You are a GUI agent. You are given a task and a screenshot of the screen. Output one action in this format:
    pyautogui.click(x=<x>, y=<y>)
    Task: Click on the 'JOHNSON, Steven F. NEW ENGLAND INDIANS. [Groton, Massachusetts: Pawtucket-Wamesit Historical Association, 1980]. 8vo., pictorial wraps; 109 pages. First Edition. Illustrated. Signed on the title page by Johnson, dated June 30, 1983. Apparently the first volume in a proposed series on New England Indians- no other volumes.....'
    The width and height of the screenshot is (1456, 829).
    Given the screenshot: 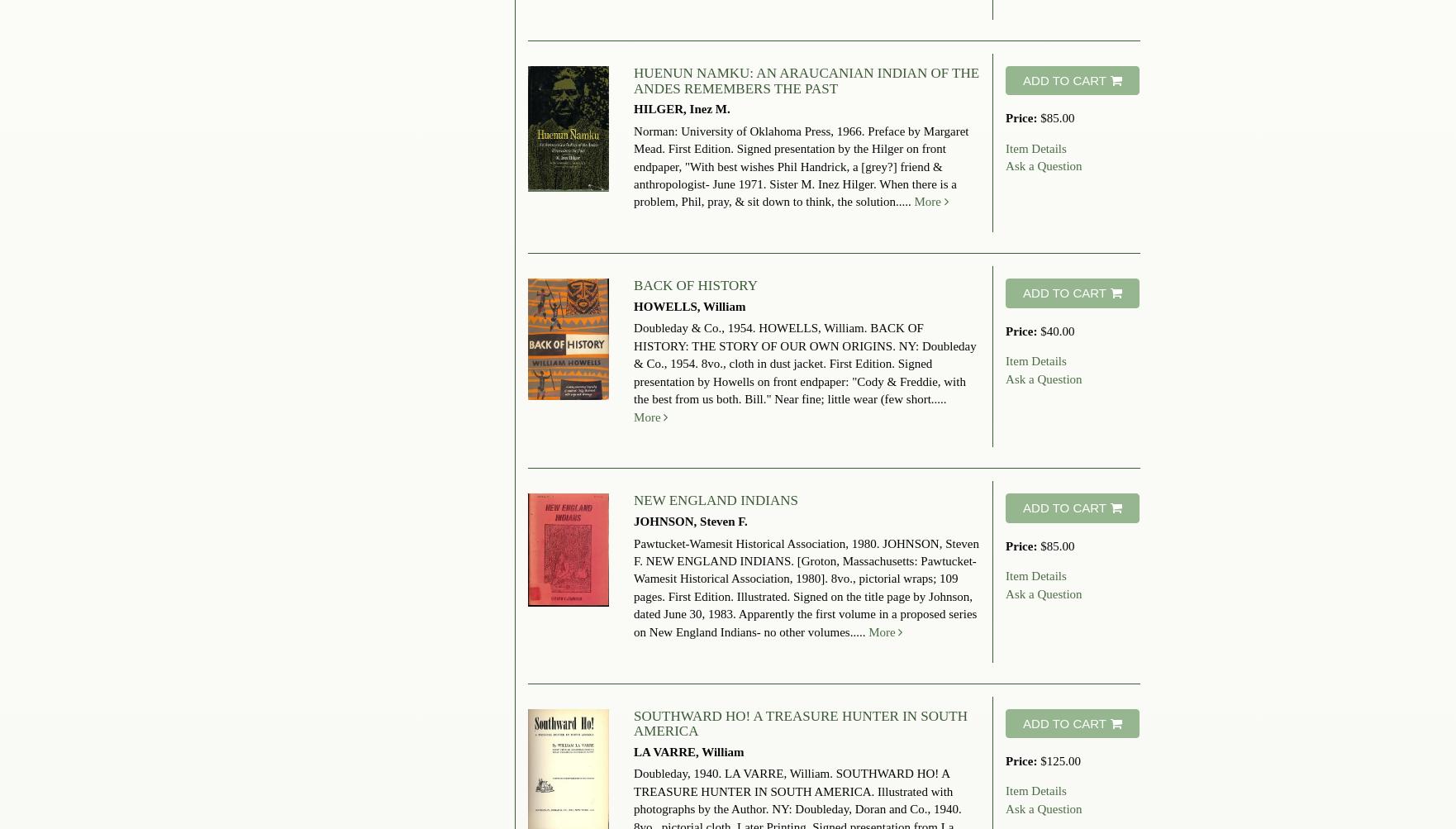 What is the action you would take?
    pyautogui.click(x=806, y=586)
    